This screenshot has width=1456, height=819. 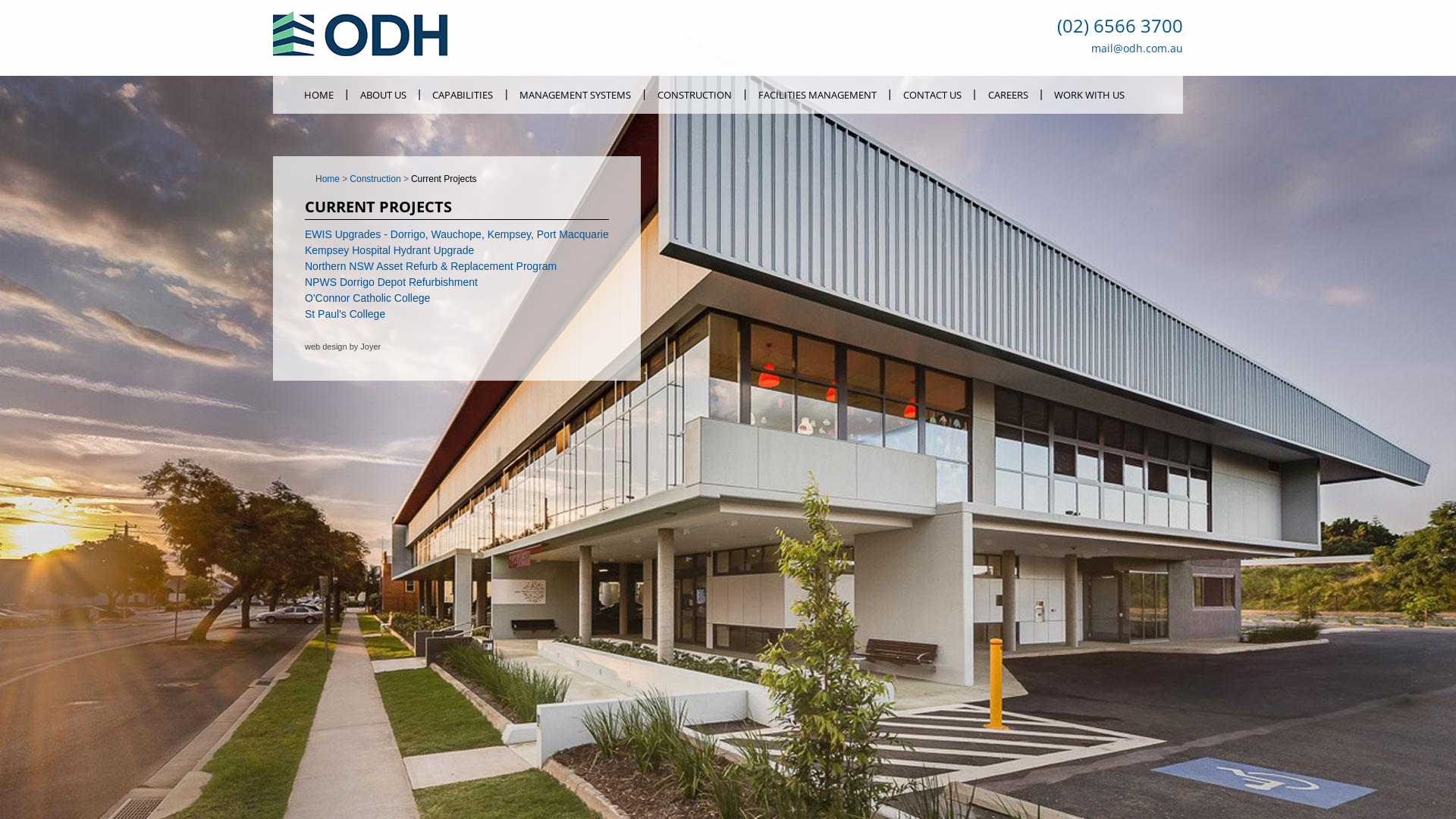 What do you see at coordinates (304, 281) in the screenshot?
I see `'NPWS Dorrigo Depot Refurbishment'` at bounding box center [304, 281].